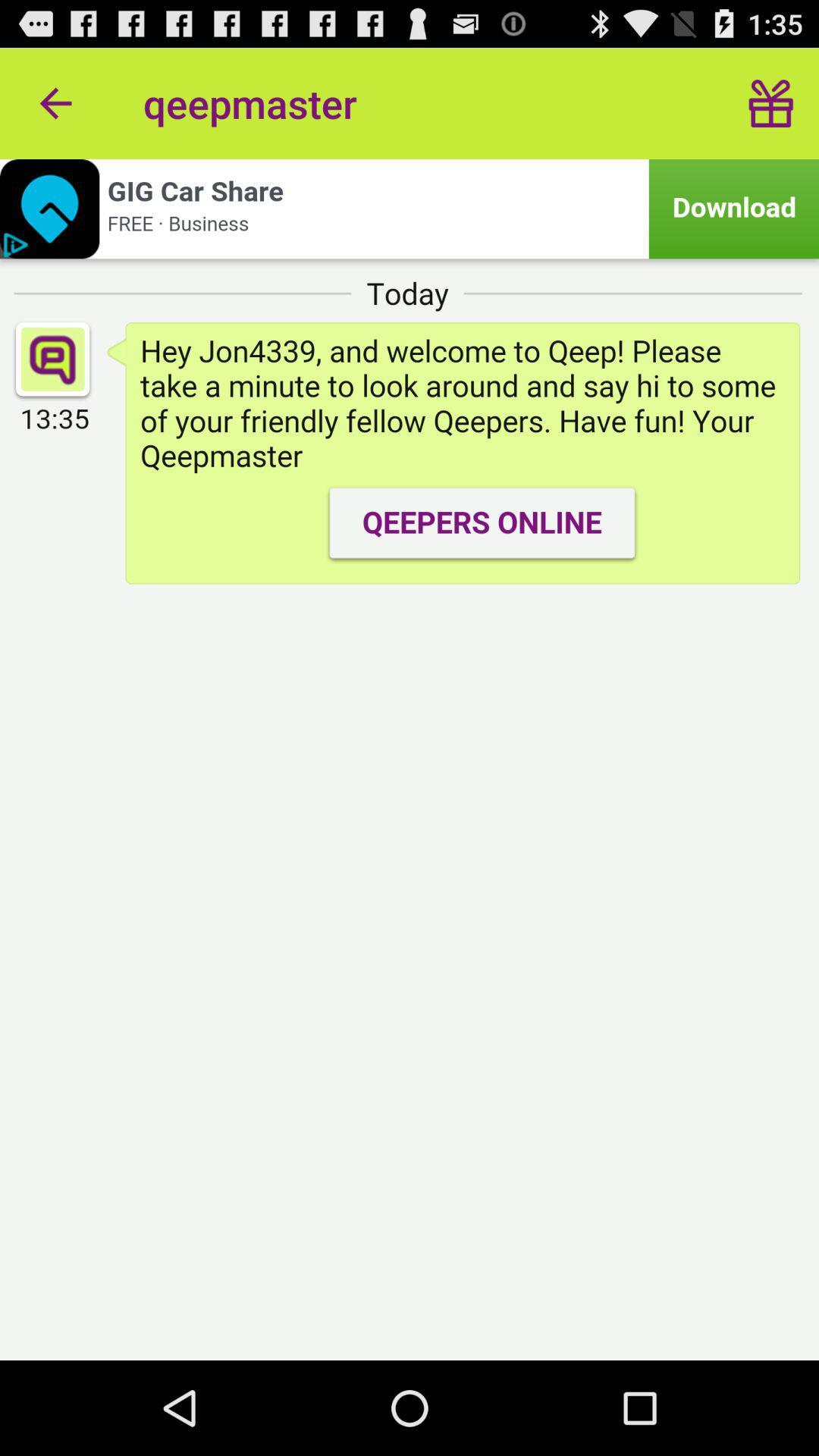  Describe the element at coordinates (409, 208) in the screenshot. I see `searching the file given` at that location.